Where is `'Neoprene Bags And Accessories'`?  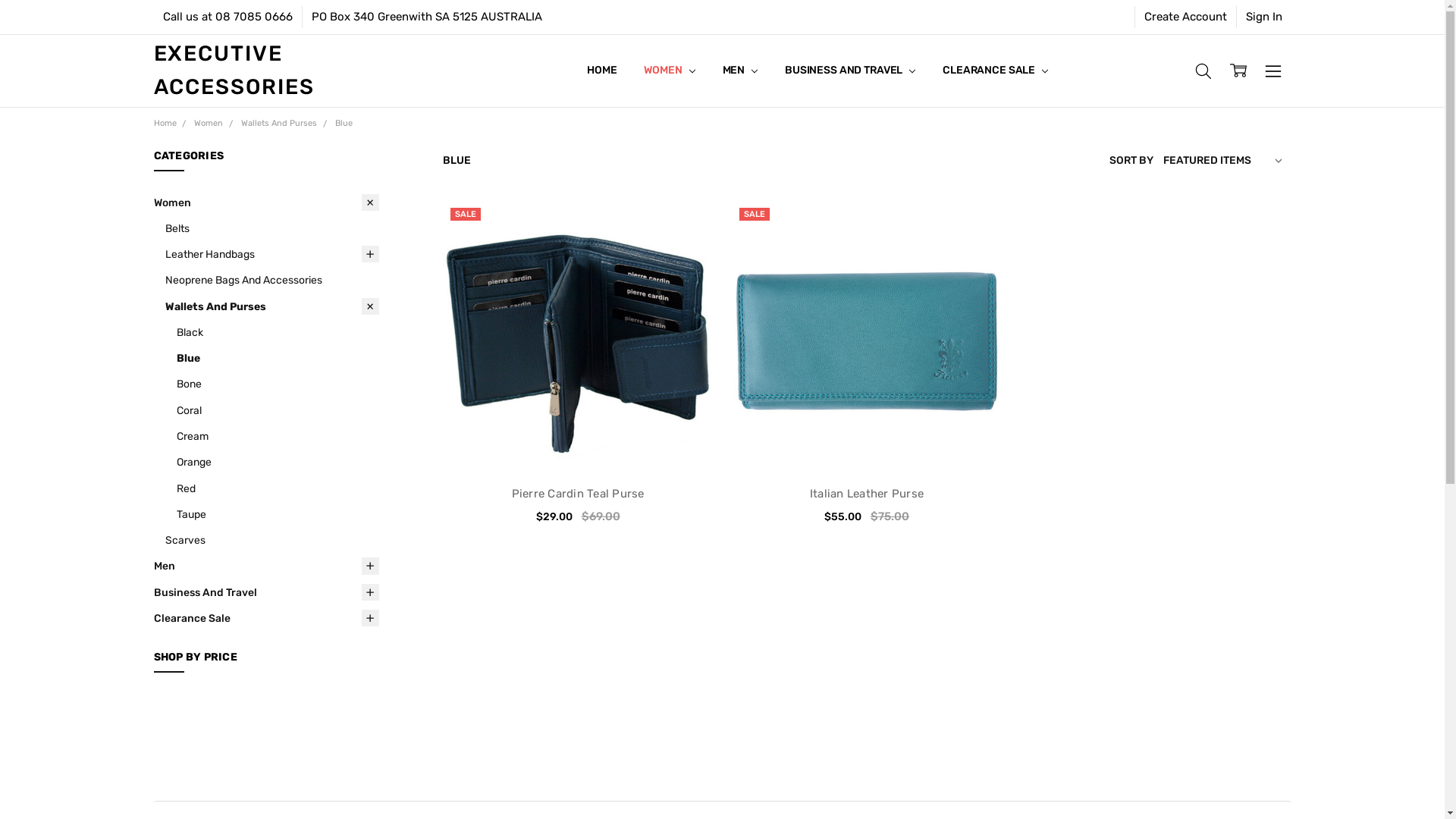
'Neoprene Bags And Accessories' is located at coordinates (272, 280).